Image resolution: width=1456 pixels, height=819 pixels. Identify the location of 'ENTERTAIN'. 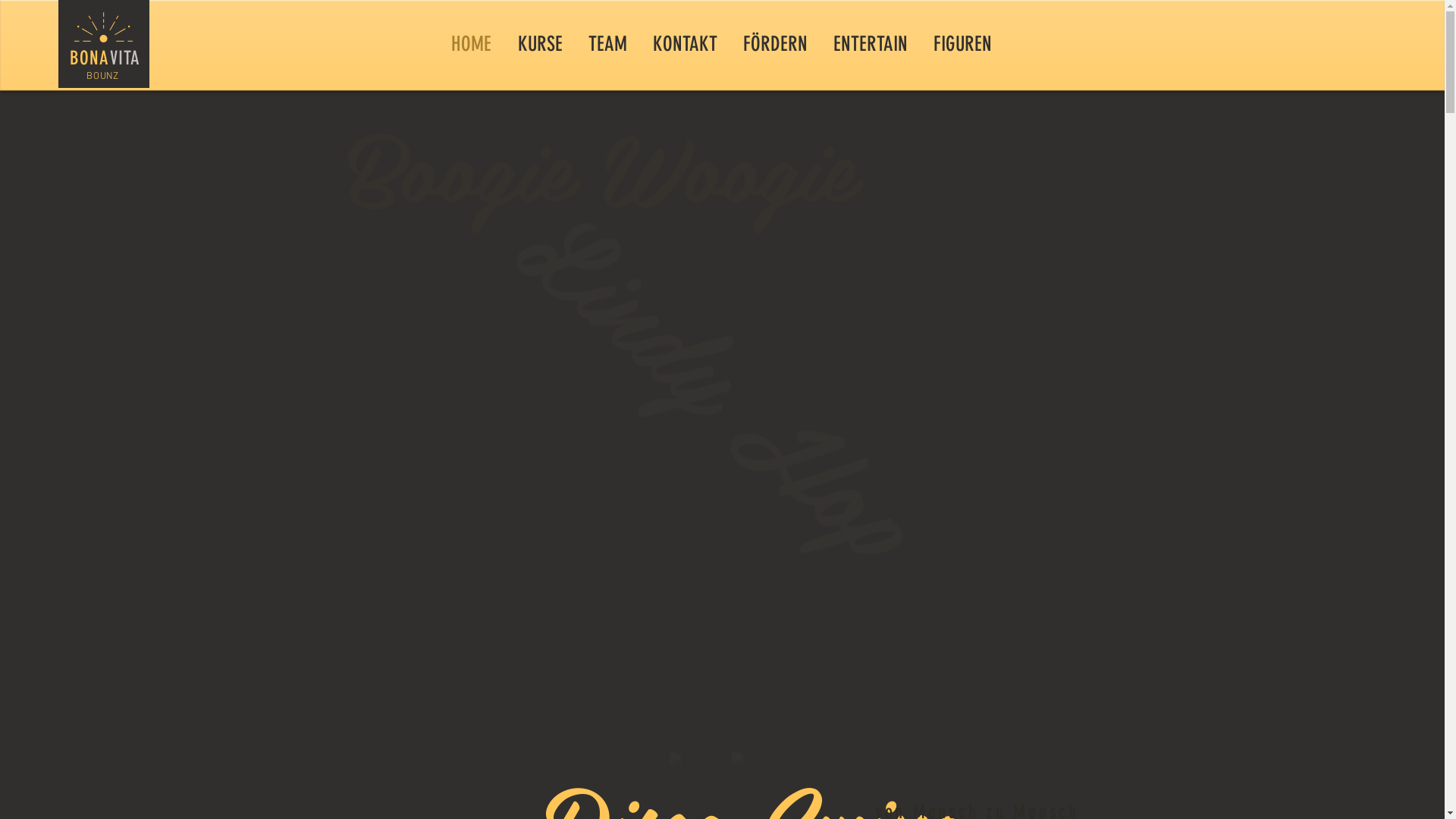
(870, 42).